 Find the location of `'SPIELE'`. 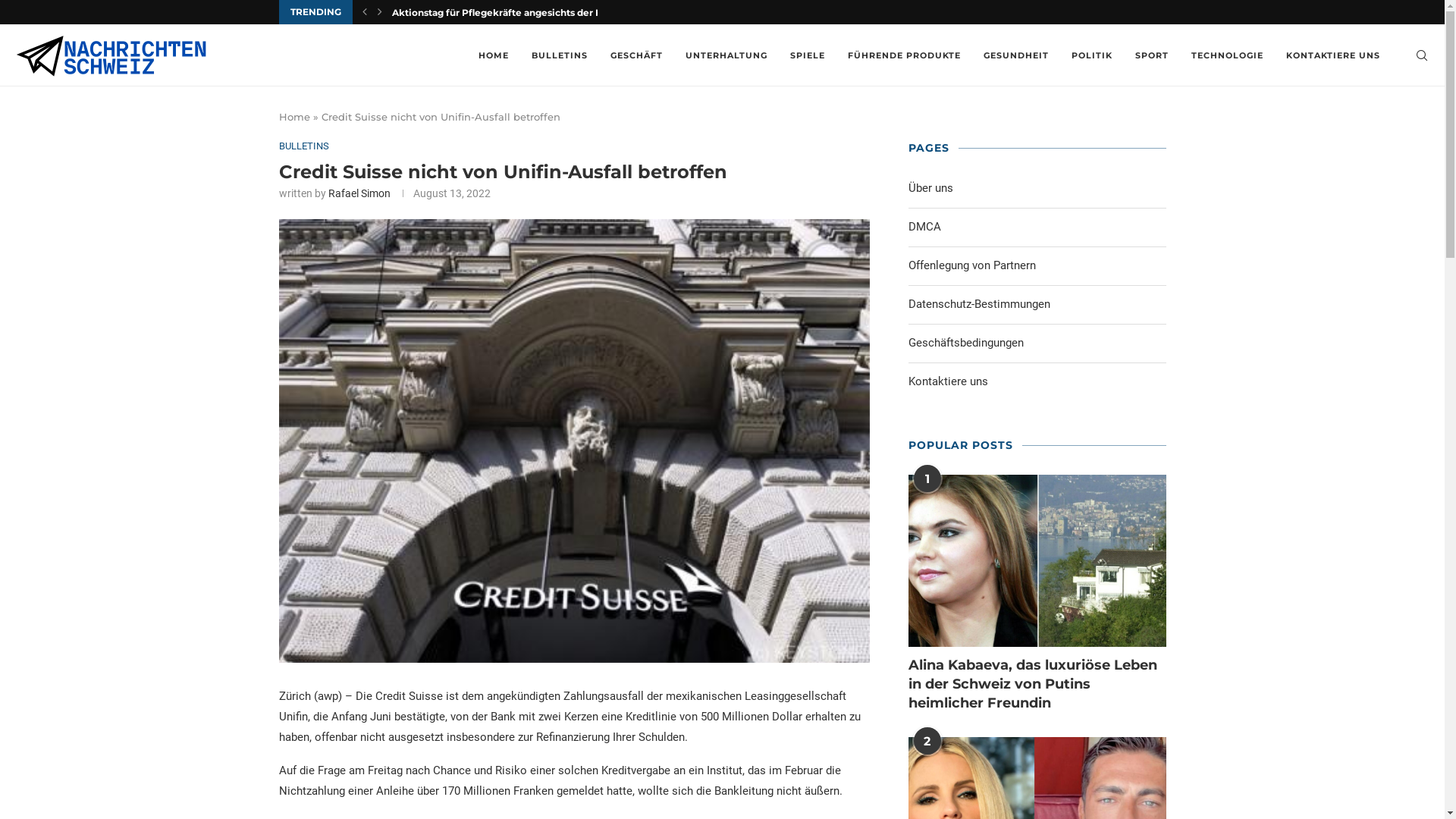

'SPIELE' is located at coordinates (807, 55).